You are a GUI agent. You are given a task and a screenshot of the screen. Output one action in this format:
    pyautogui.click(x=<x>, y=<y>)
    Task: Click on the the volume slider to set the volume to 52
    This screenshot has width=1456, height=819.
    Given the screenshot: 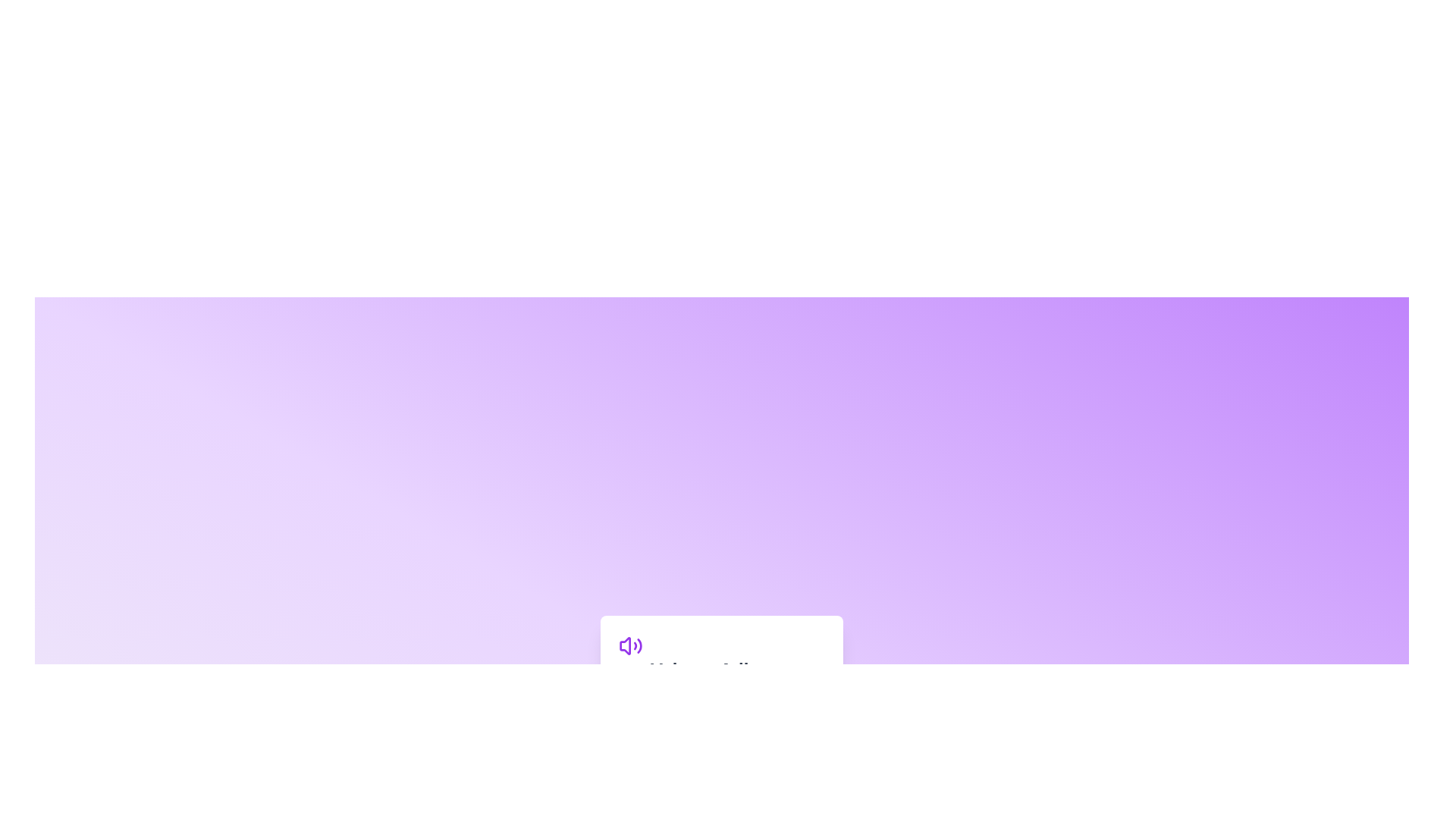 What is the action you would take?
    pyautogui.click(x=725, y=704)
    